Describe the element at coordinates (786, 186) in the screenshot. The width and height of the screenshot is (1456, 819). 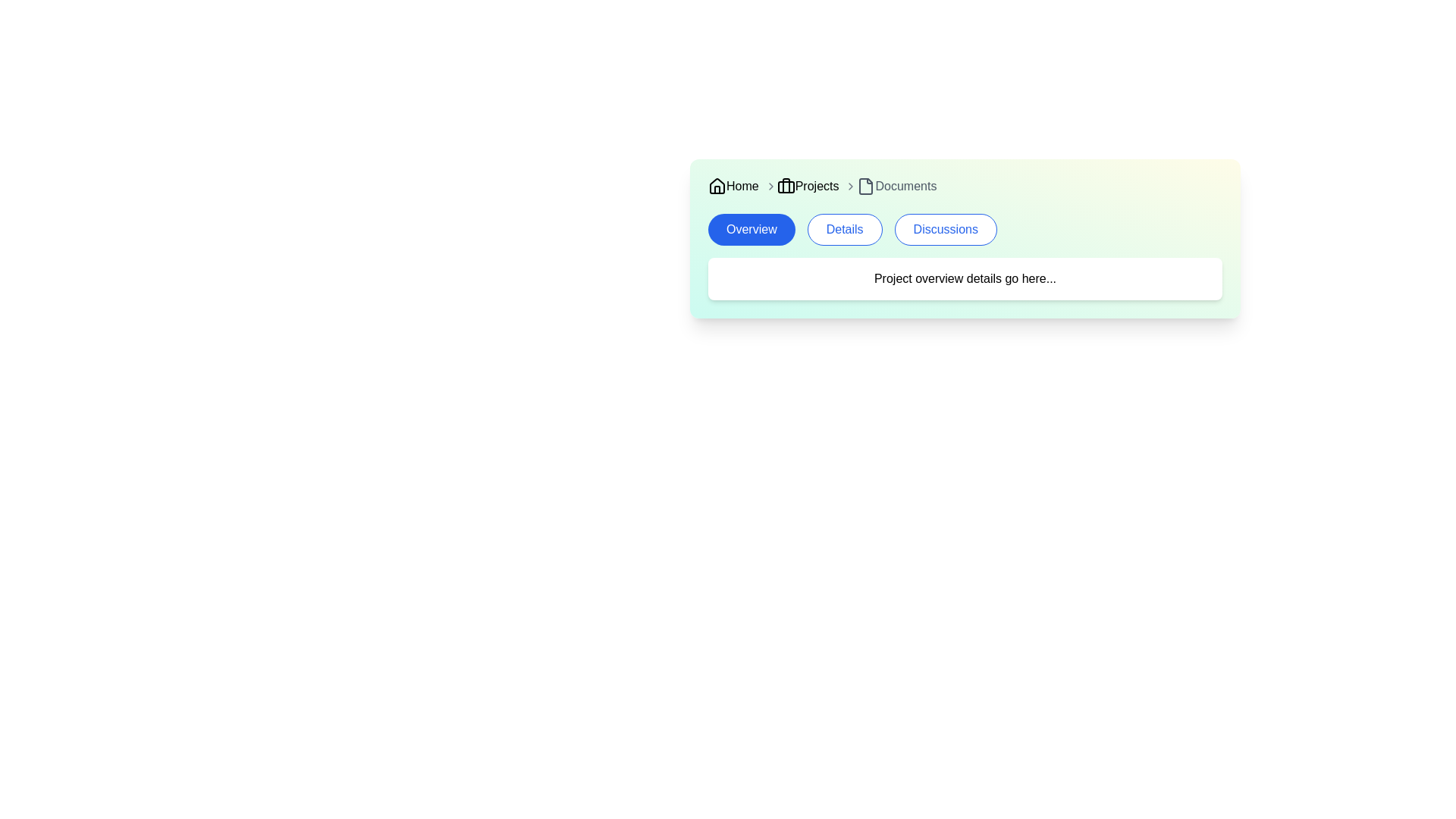
I see `the 'Projects' icon in the breadcrumb navigation, which visually represents the section and is located to the left of the text 'Projects'` at that location.